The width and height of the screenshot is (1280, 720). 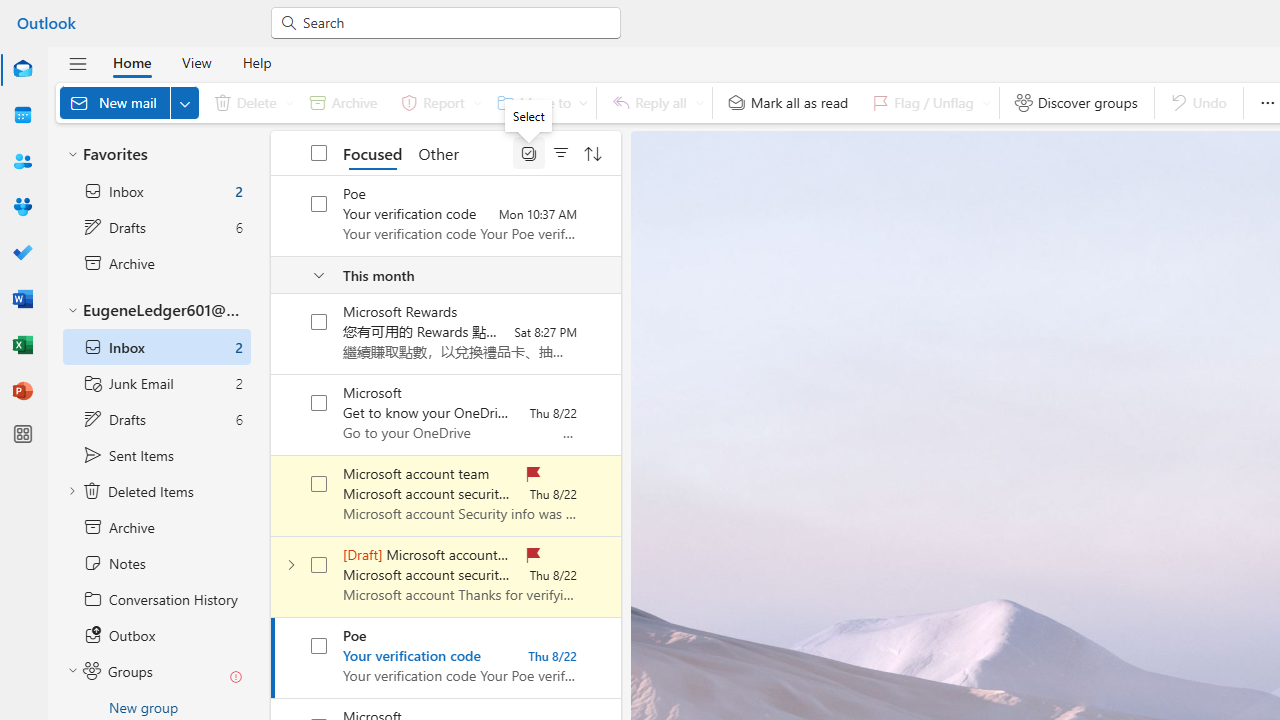 What do you see at coordinates (290, 564) in the screenshot?
I see `'Expand conversation'` at bounding box center [290, 564].